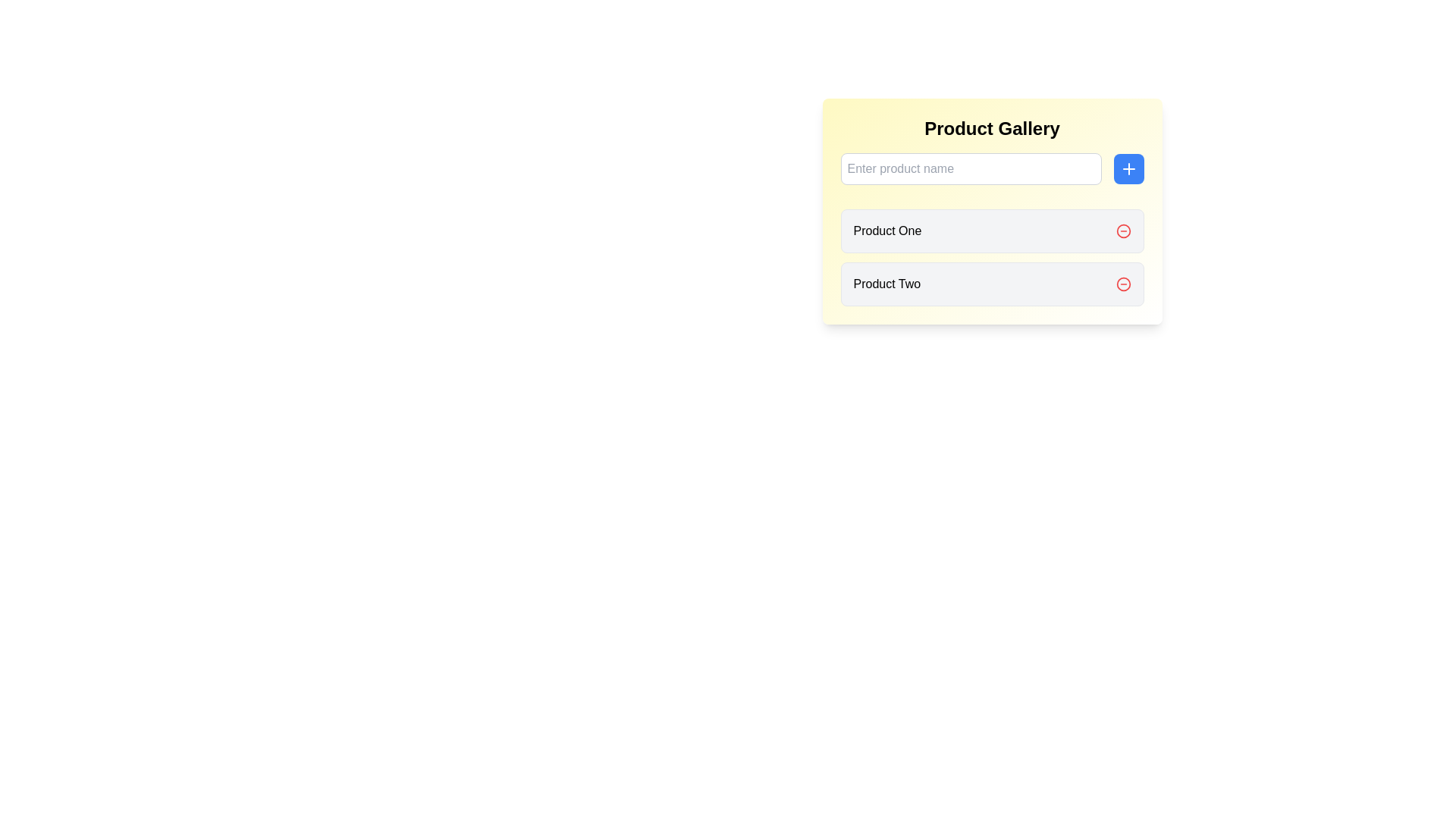 The image size is (1456, 819). Describe the element at coordinates (1123, 284) in the screenshot. I see `the circular border of the SVG icon located next to the 'Product One' label in the list layout` at that location.